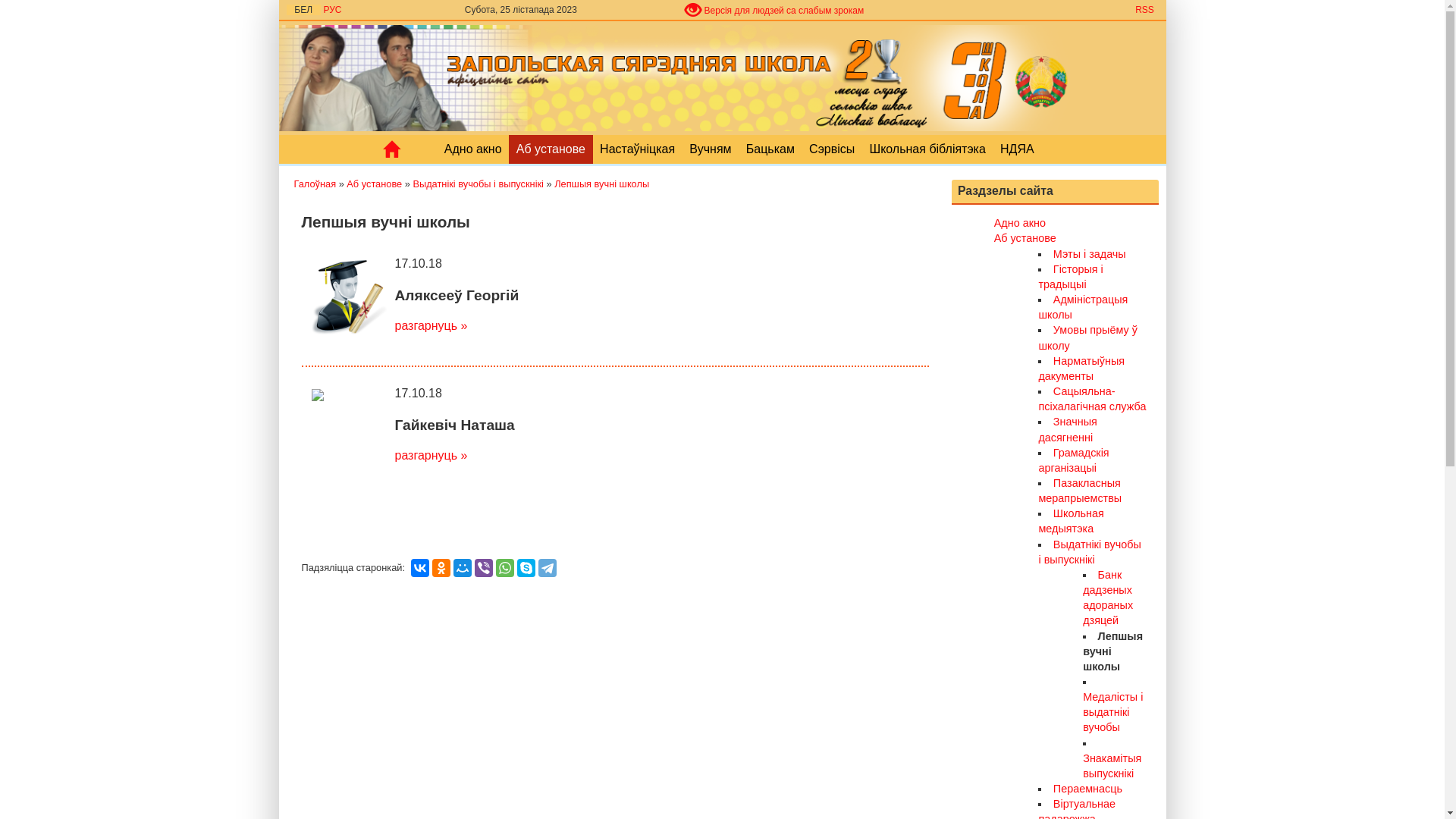  What do you see at coordinates (505, 567) in the screenshot?
I see `'WhatsApp'` at bounding box center [505, 567].